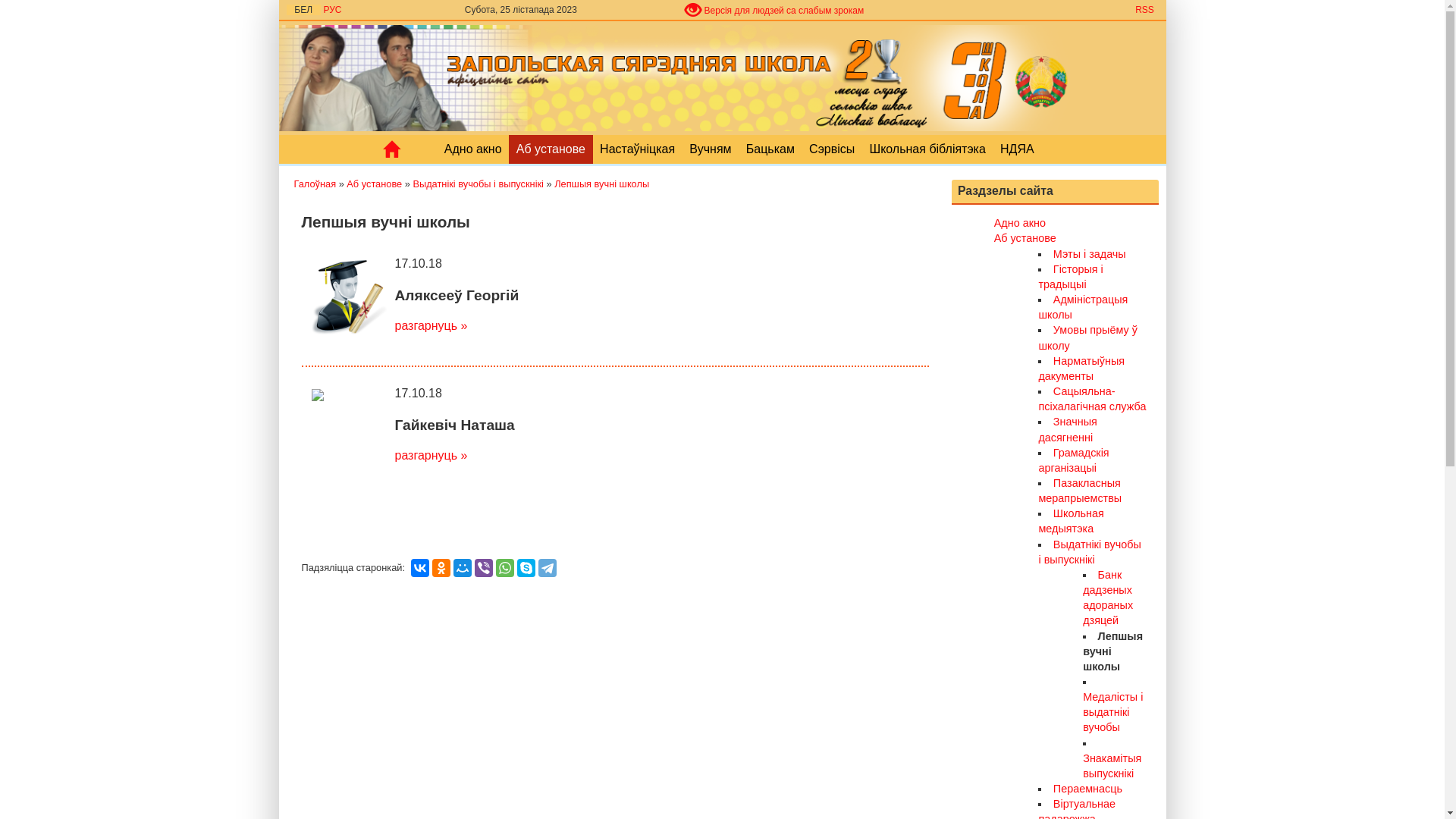  What do you see at coordinates (505, 567) in the screenshot?
I see `'WhatsApp'` at bounding box center [505, 567].